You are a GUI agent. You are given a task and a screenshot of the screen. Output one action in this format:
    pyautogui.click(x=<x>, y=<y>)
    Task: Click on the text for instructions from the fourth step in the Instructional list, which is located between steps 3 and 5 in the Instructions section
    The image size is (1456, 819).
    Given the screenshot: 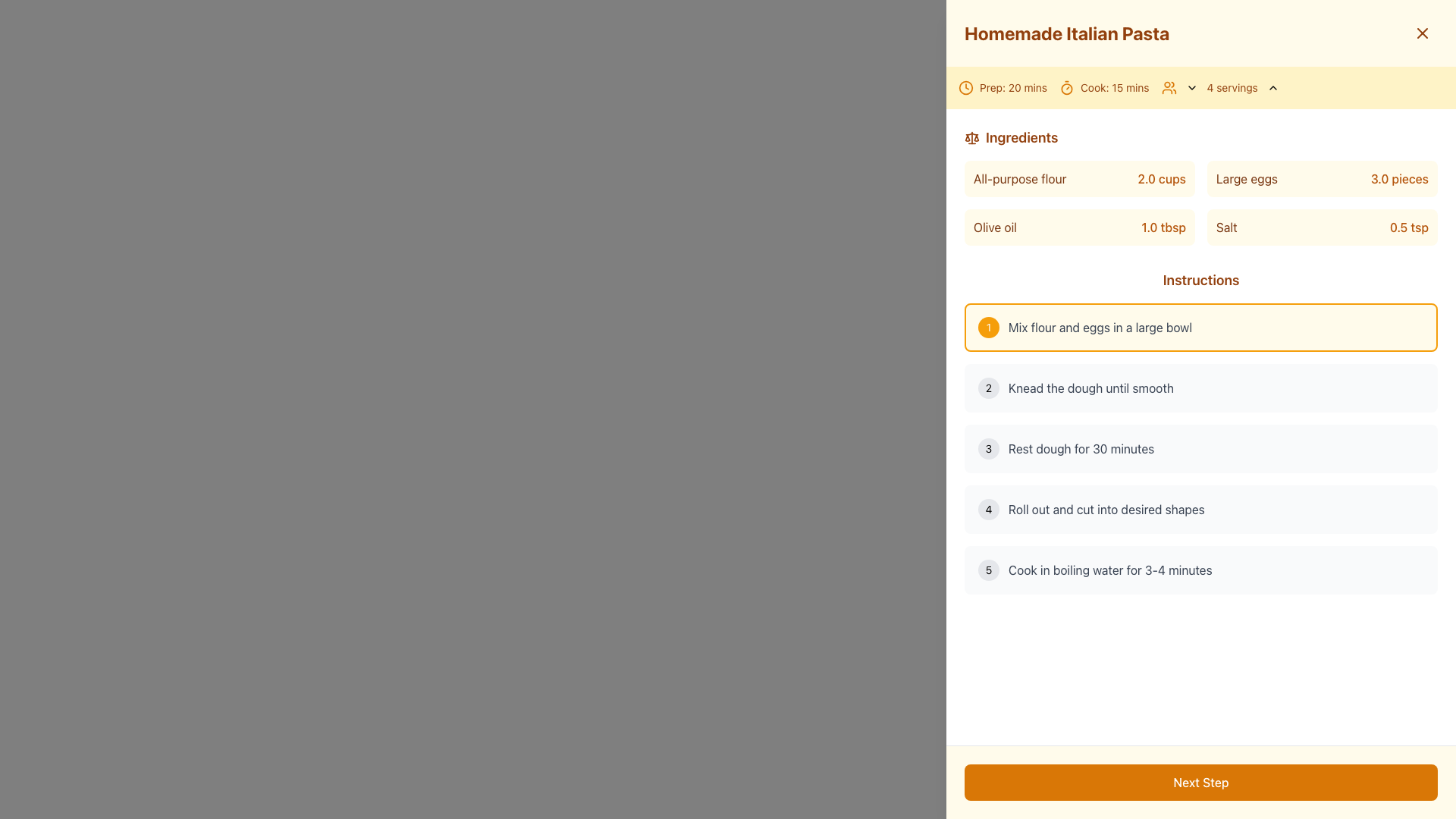 What is the action you would take?
    pyautogui.click(x=1200, y=509)
    